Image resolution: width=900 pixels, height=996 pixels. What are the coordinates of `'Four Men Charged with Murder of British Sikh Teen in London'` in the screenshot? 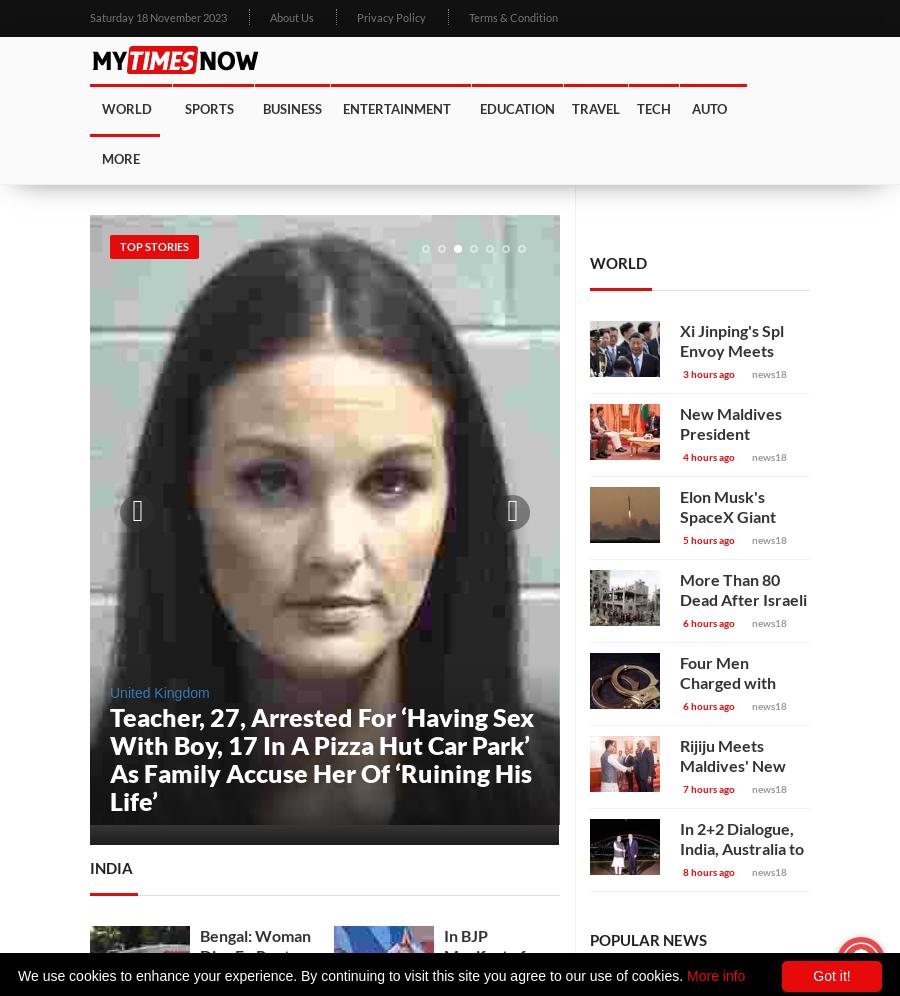 It's located at (679, 701).